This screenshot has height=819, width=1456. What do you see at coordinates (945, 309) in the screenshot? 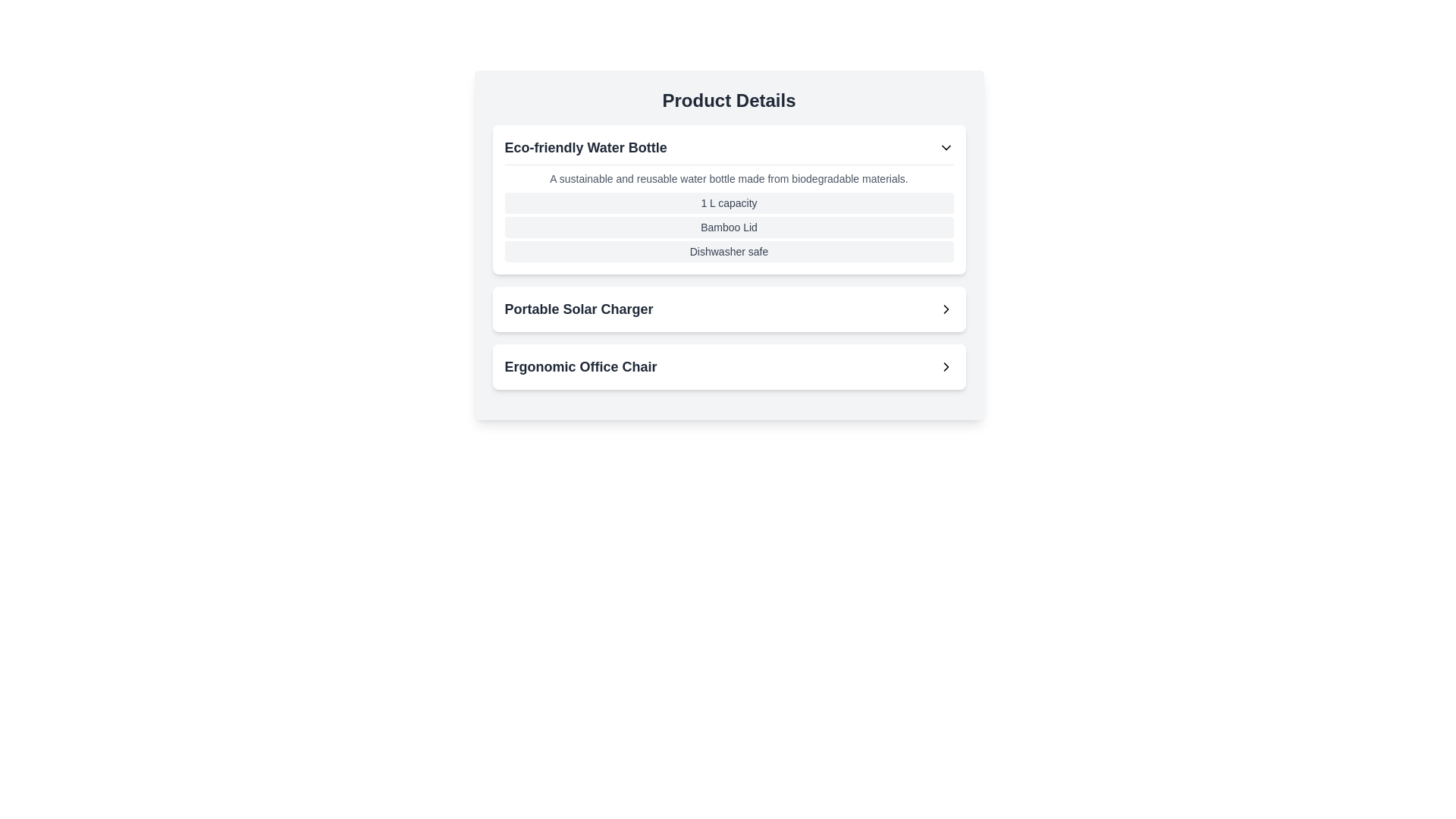
I see `the right-facing chevron icon styled in black, which indicates navigation or expansion, located to the far-right of the 'Portable Solar Charger' item` at bounding box center [945, 309].